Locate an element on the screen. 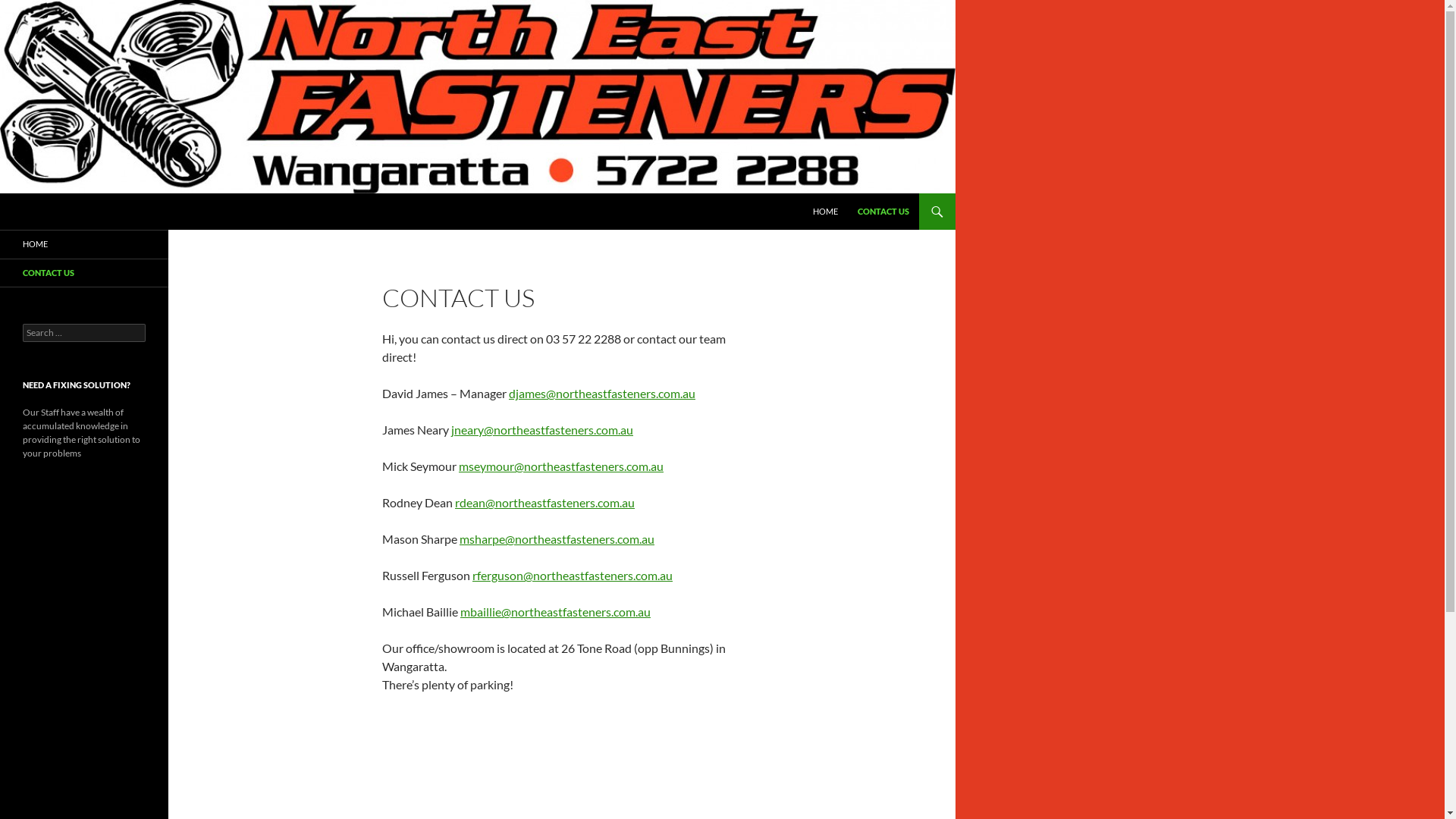 The image size is (1456, 819). 'rferguson@northeastfasteners.com.au' is located at coordinates (571, 575).